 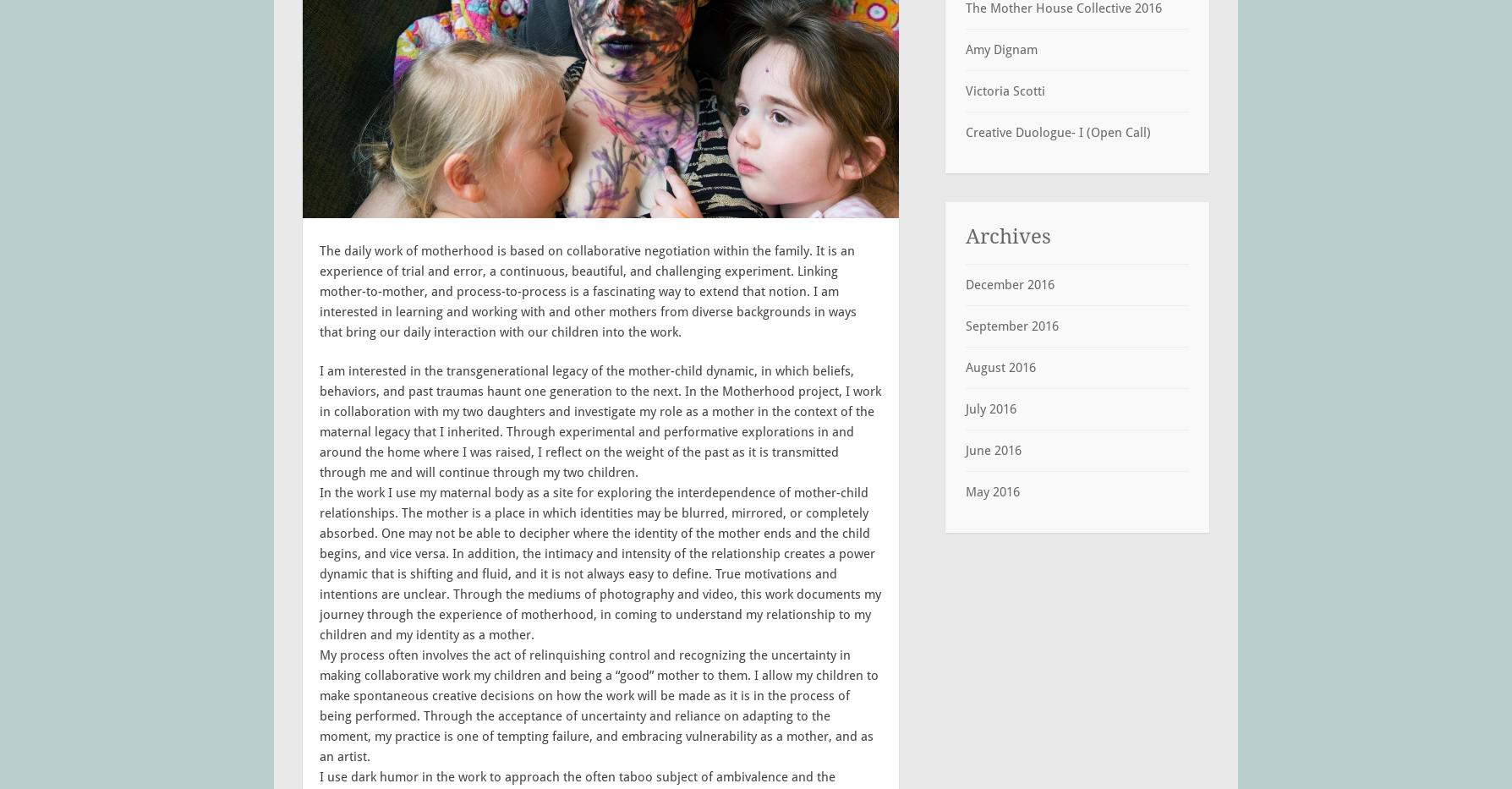 I want to click on 'July 2016', so click(x=964, y=408).